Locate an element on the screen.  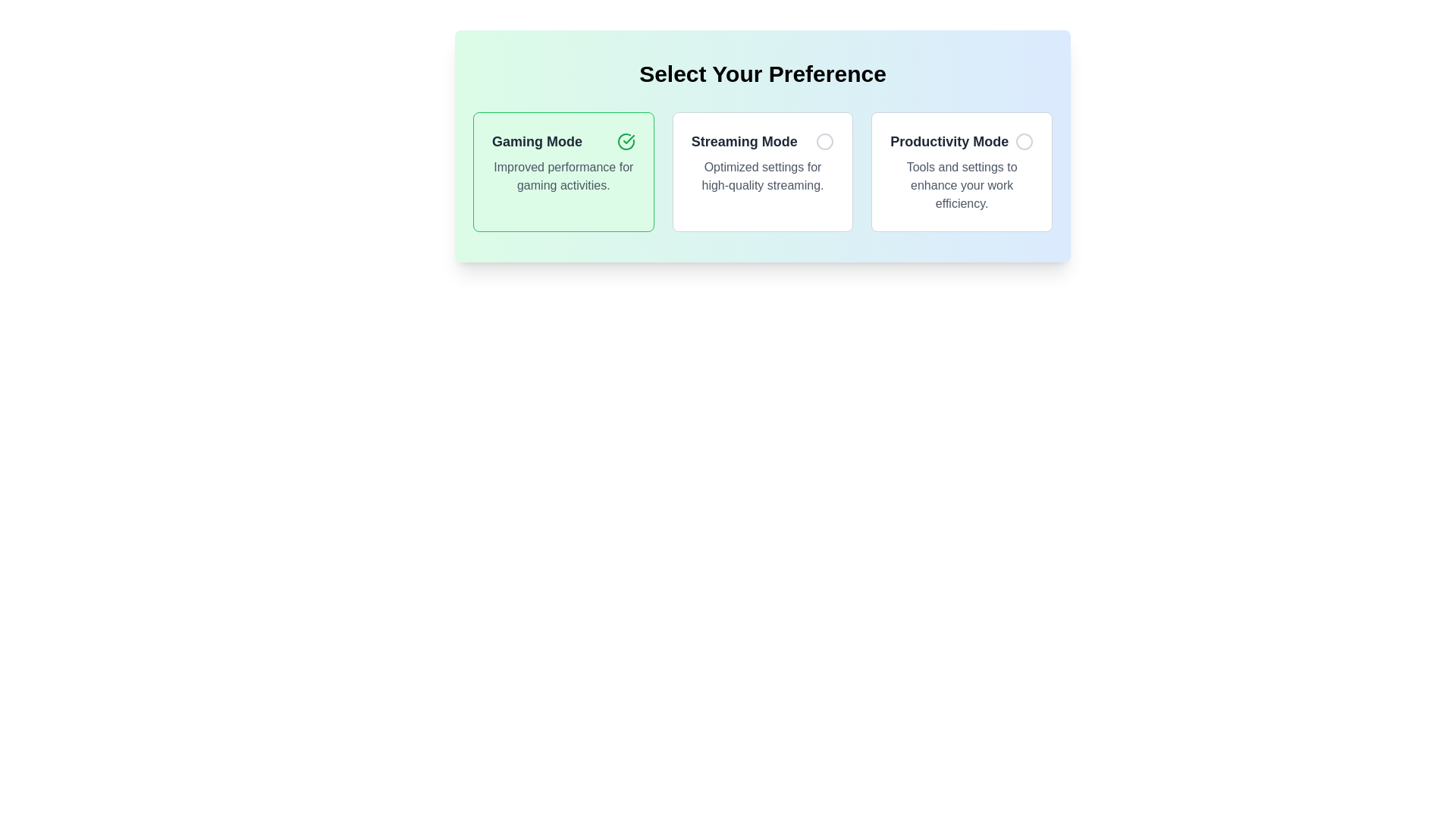
the 'Streaming Mode' label and icon located in the center card of three horizontally displayed cards is located at coordinates (763, 141).